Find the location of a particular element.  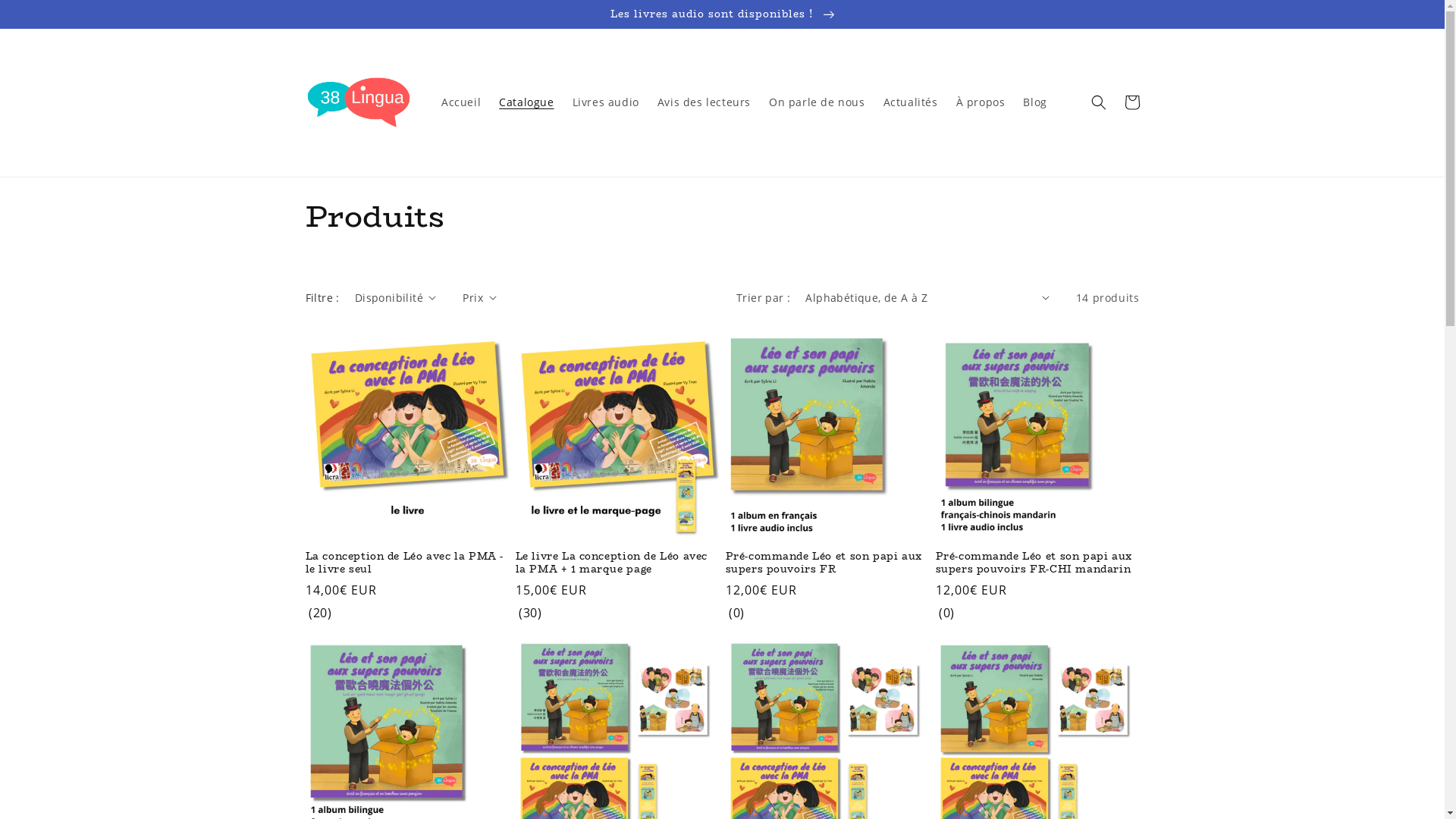

'Accueil' is located at coordinates (460, 102).